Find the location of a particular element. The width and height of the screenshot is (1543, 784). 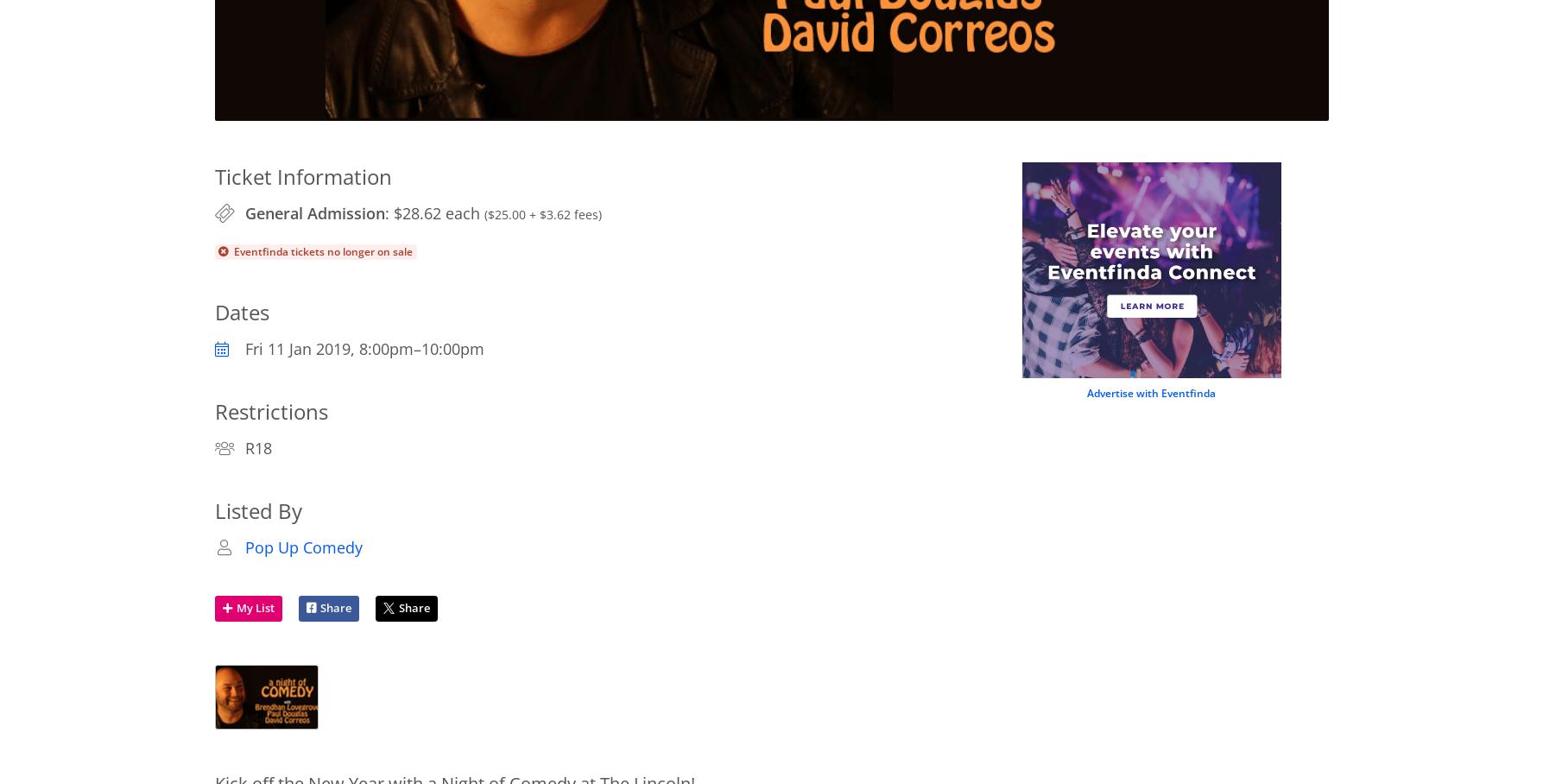

'My List' is located at coordinates (235, 606).